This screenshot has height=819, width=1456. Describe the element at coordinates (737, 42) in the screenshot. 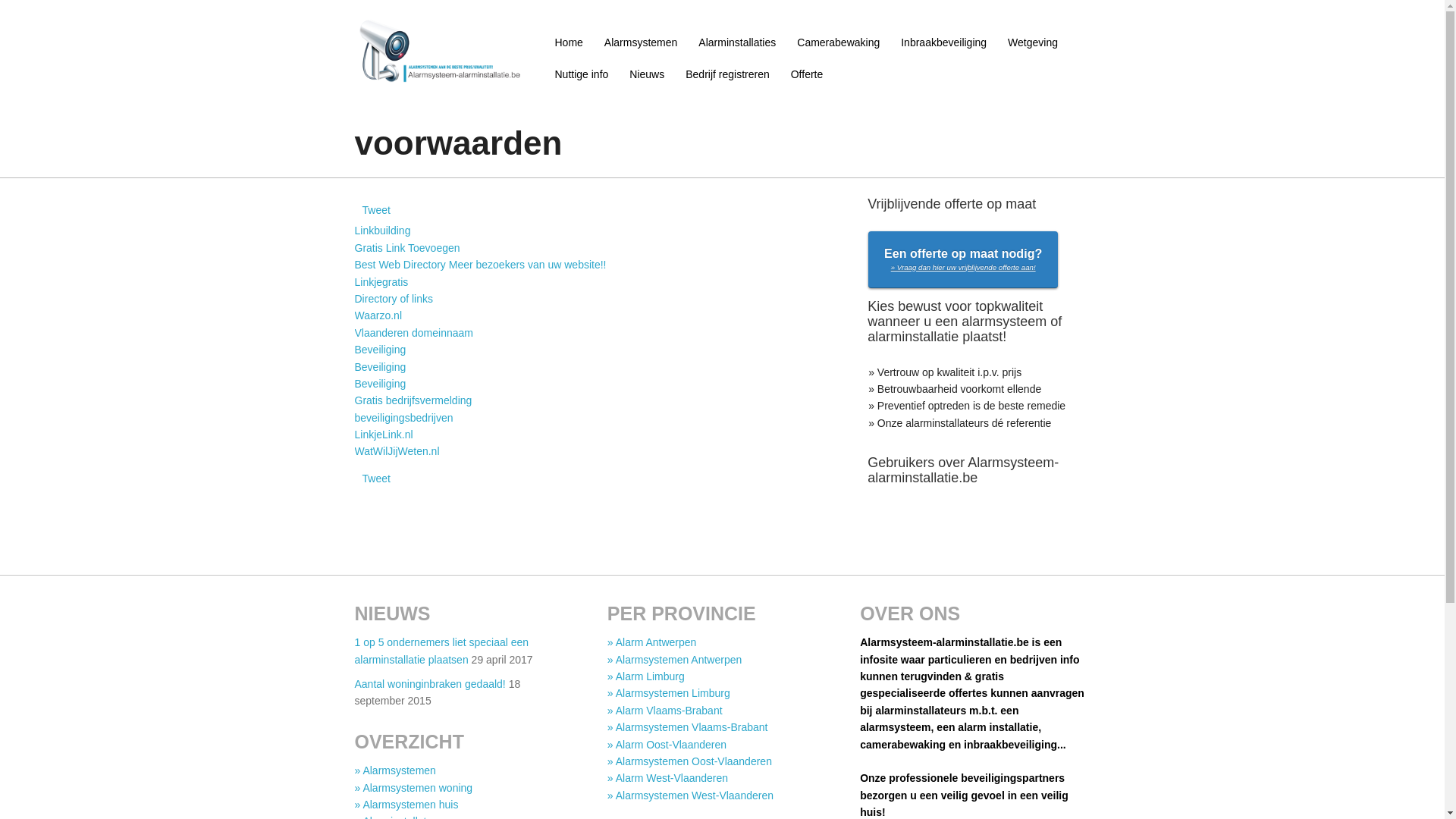

I see `'Alarminstallaties'` at that location.